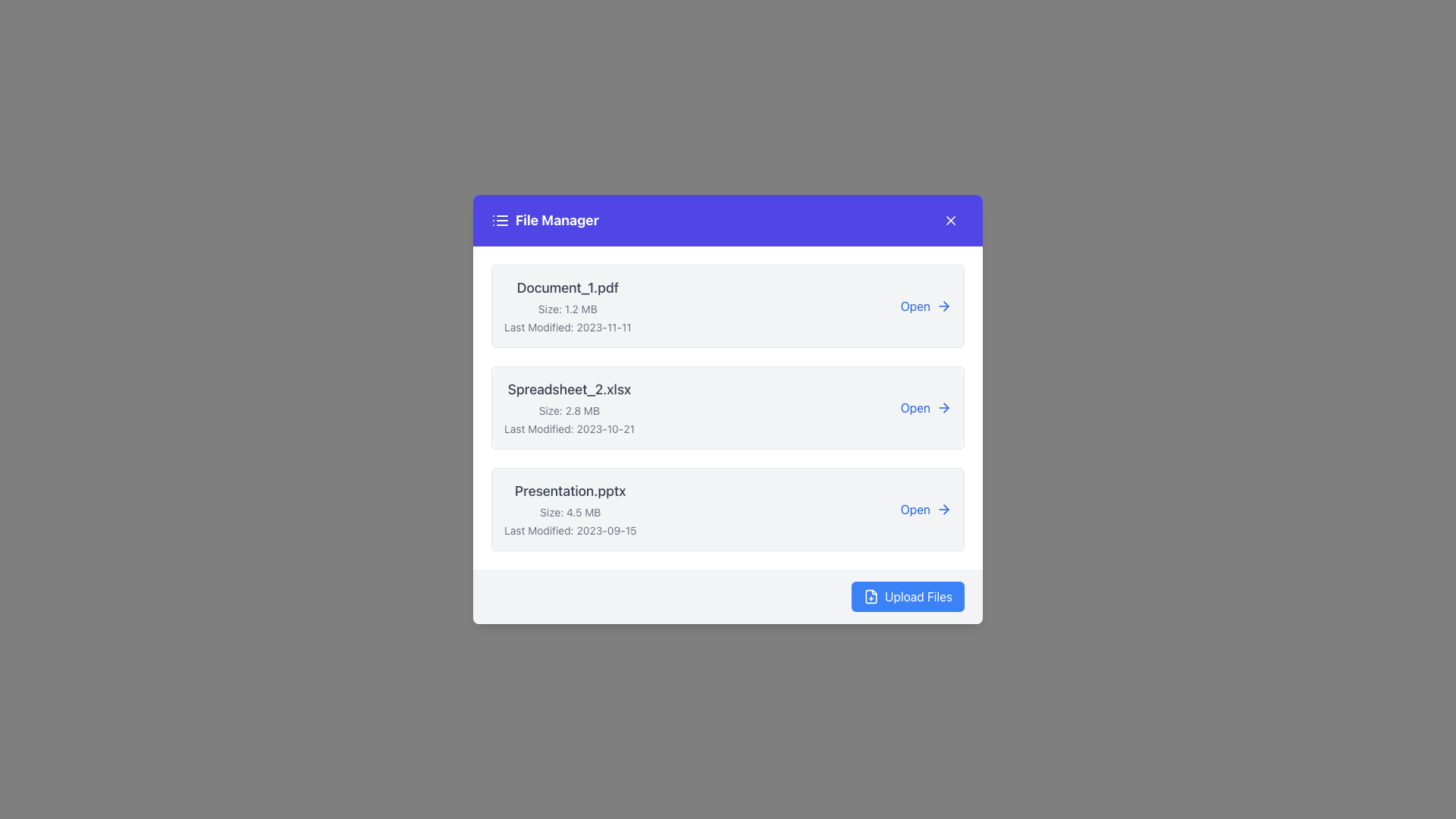  Describe the element at coordinates (925, 509) in the screenshot. I see `the blue-colored 'Open' text link with a right arrow icon located at the far right end of the 'Presentation.pptx' file entry` at that location.